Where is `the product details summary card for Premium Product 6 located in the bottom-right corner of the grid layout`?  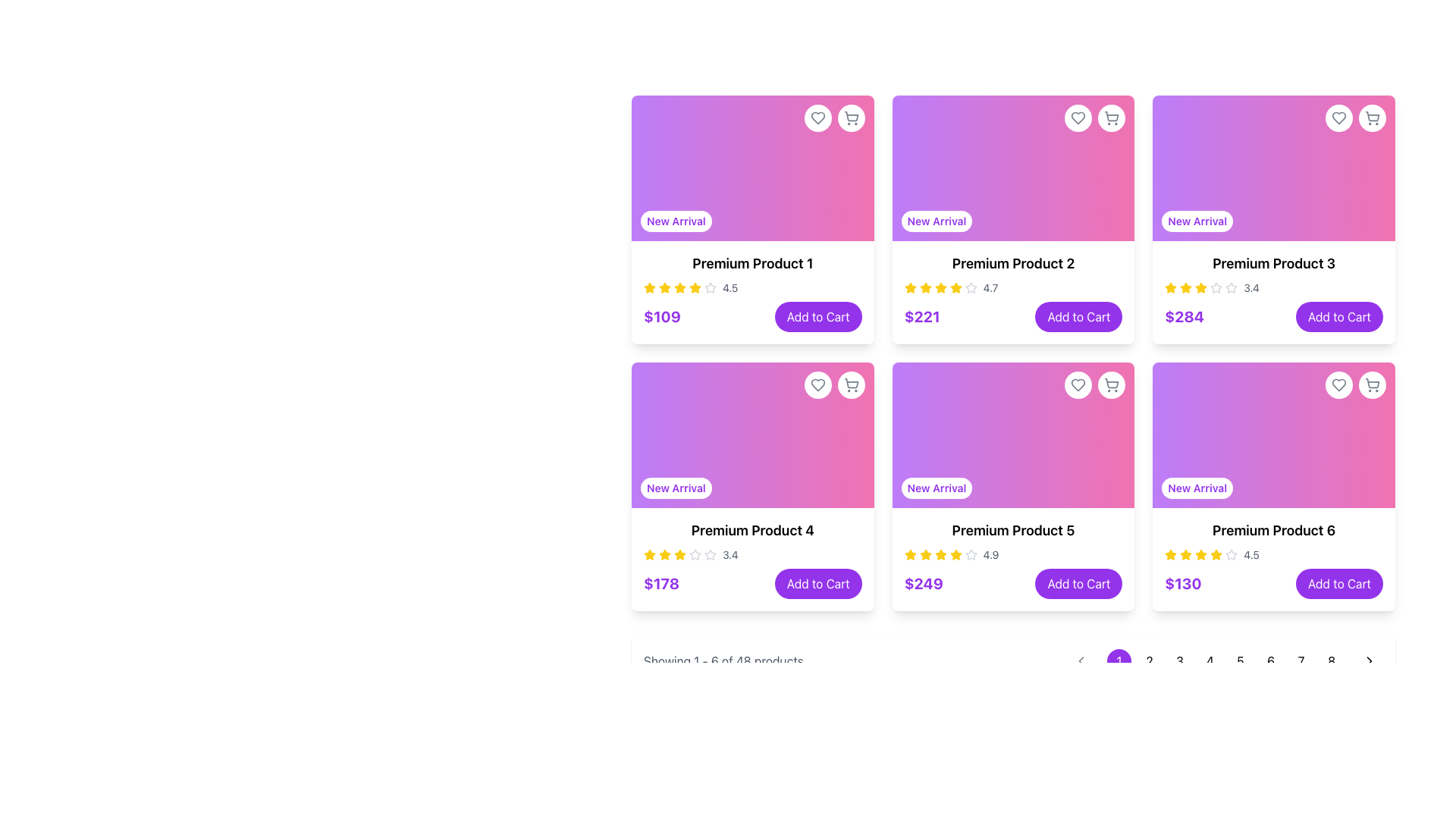
the product details summary card for Premium Product 6 located in the bottom-right corner of the grid layout is located at coordinates (1274, 559).